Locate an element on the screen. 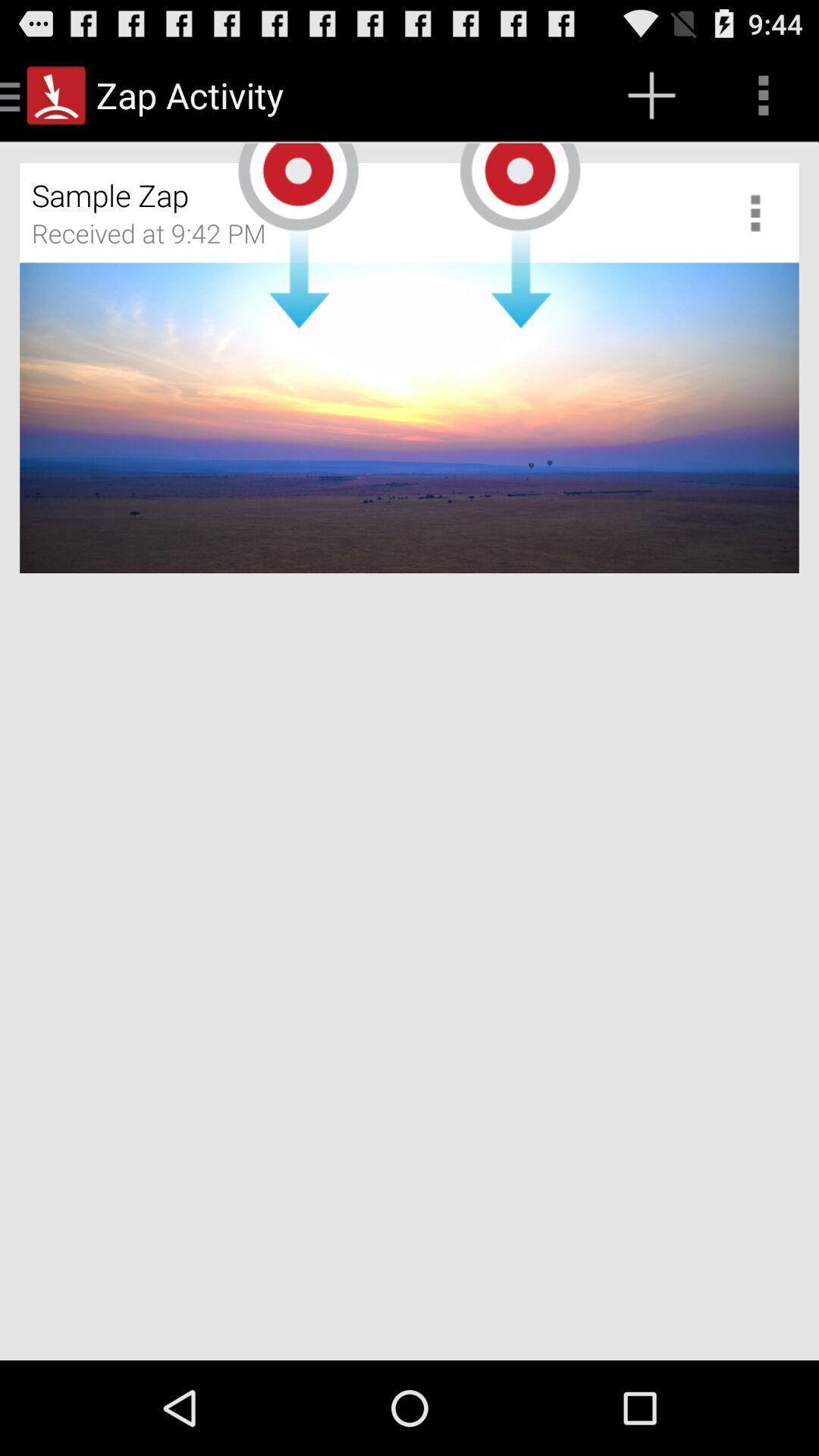 The image size is (819, 1456). the item below the sample zap app is located at coordinates (158, 238).